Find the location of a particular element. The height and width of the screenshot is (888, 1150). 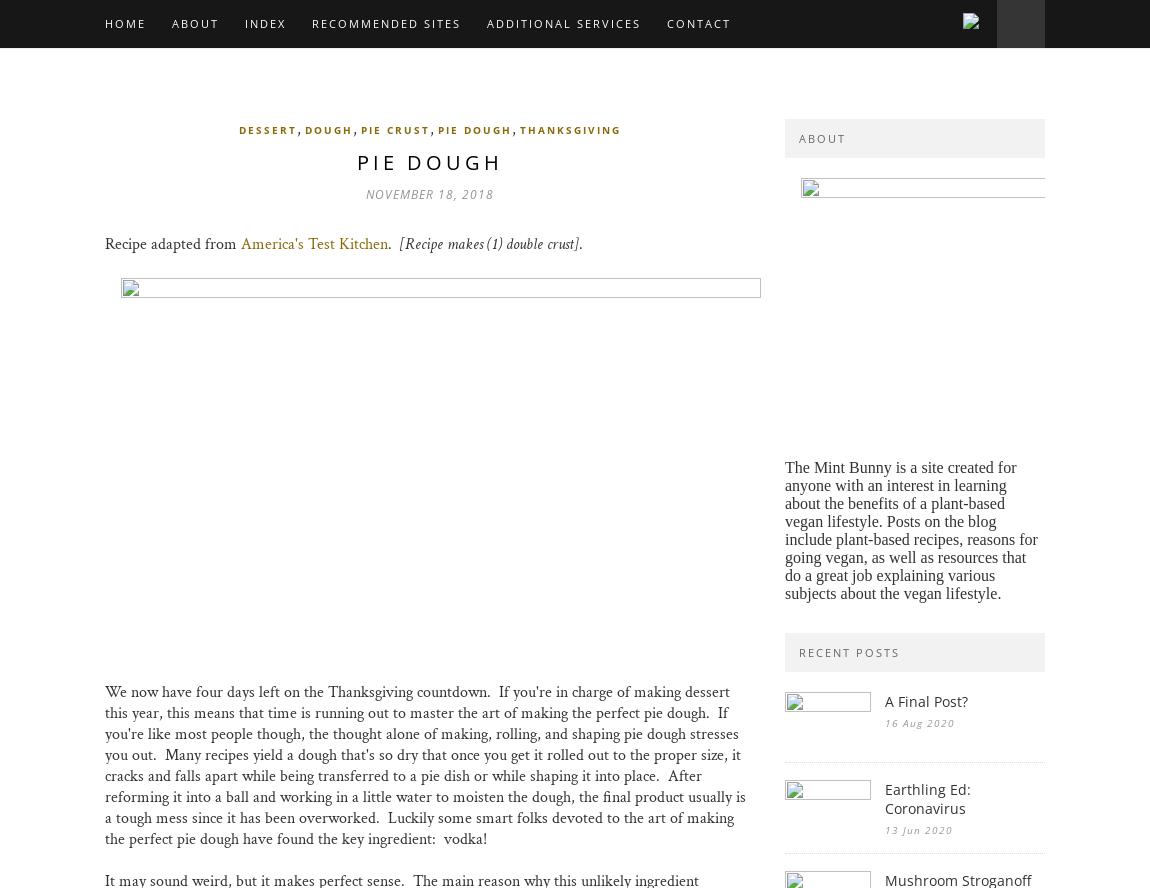

'[Recipe makes (1) double crust]' is located at coordinates (399, 244).